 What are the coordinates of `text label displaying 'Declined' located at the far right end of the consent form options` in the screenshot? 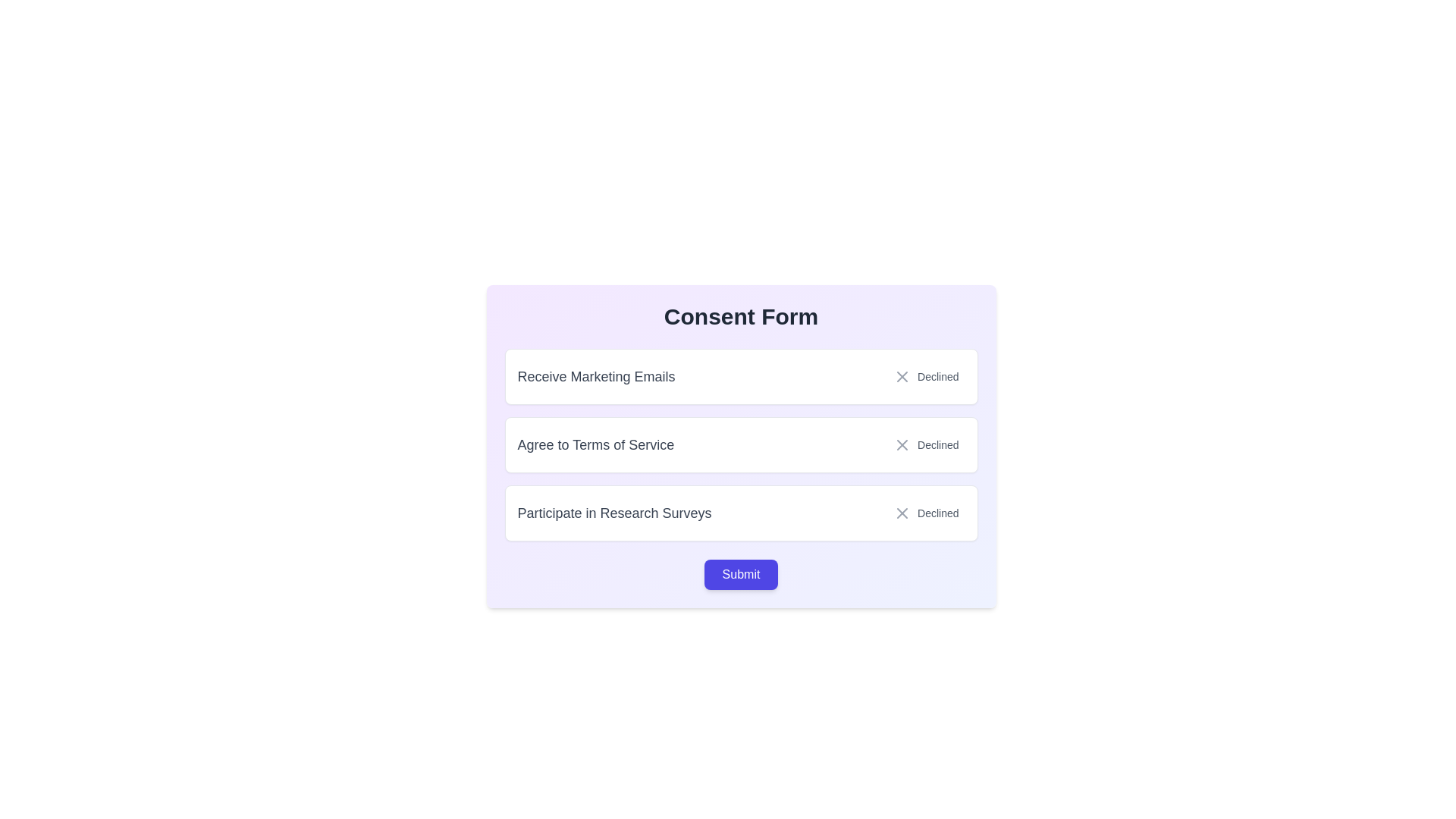 It's located at (937, 513).